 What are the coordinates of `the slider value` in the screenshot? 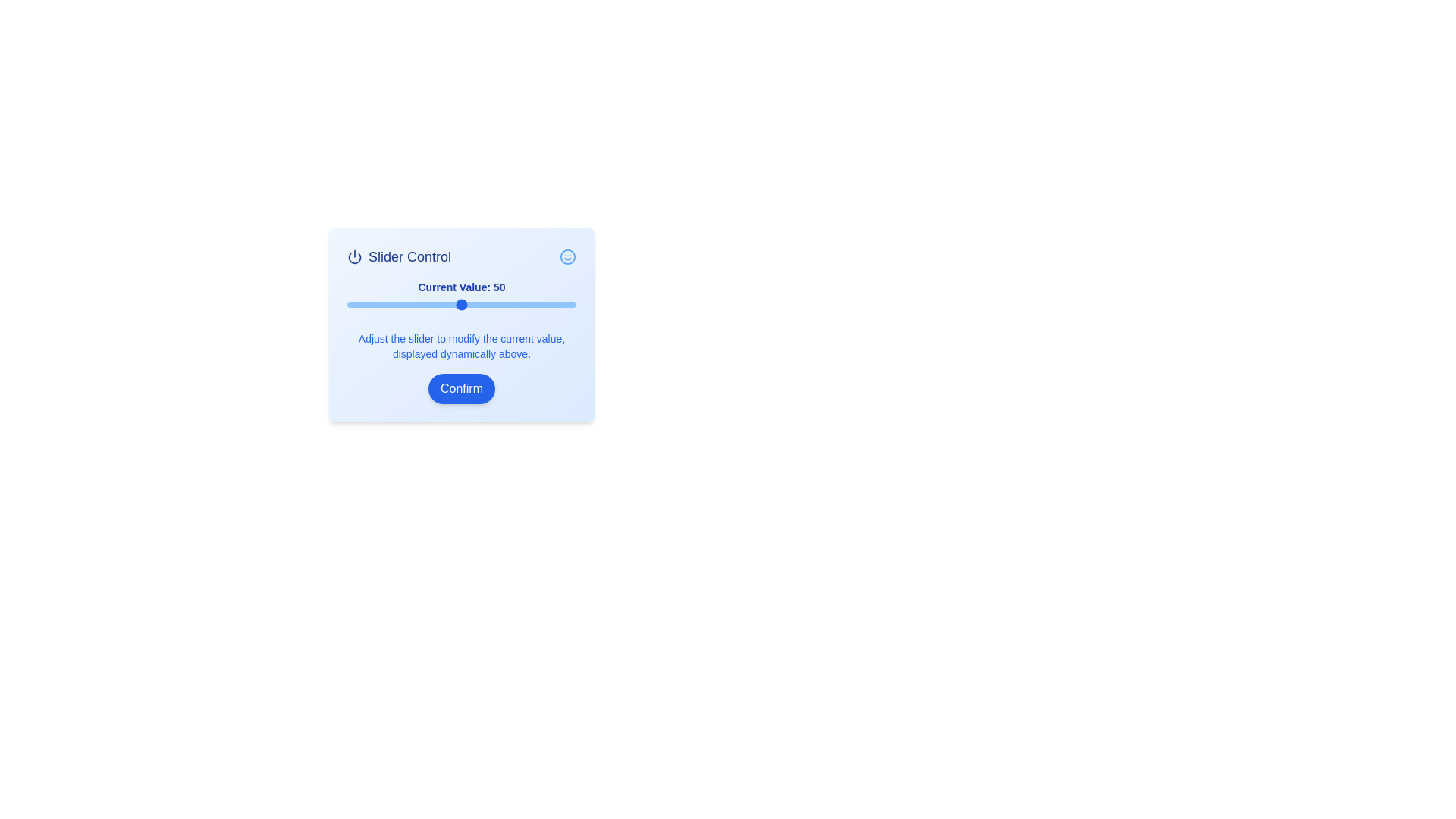 It's located at (526, 304).